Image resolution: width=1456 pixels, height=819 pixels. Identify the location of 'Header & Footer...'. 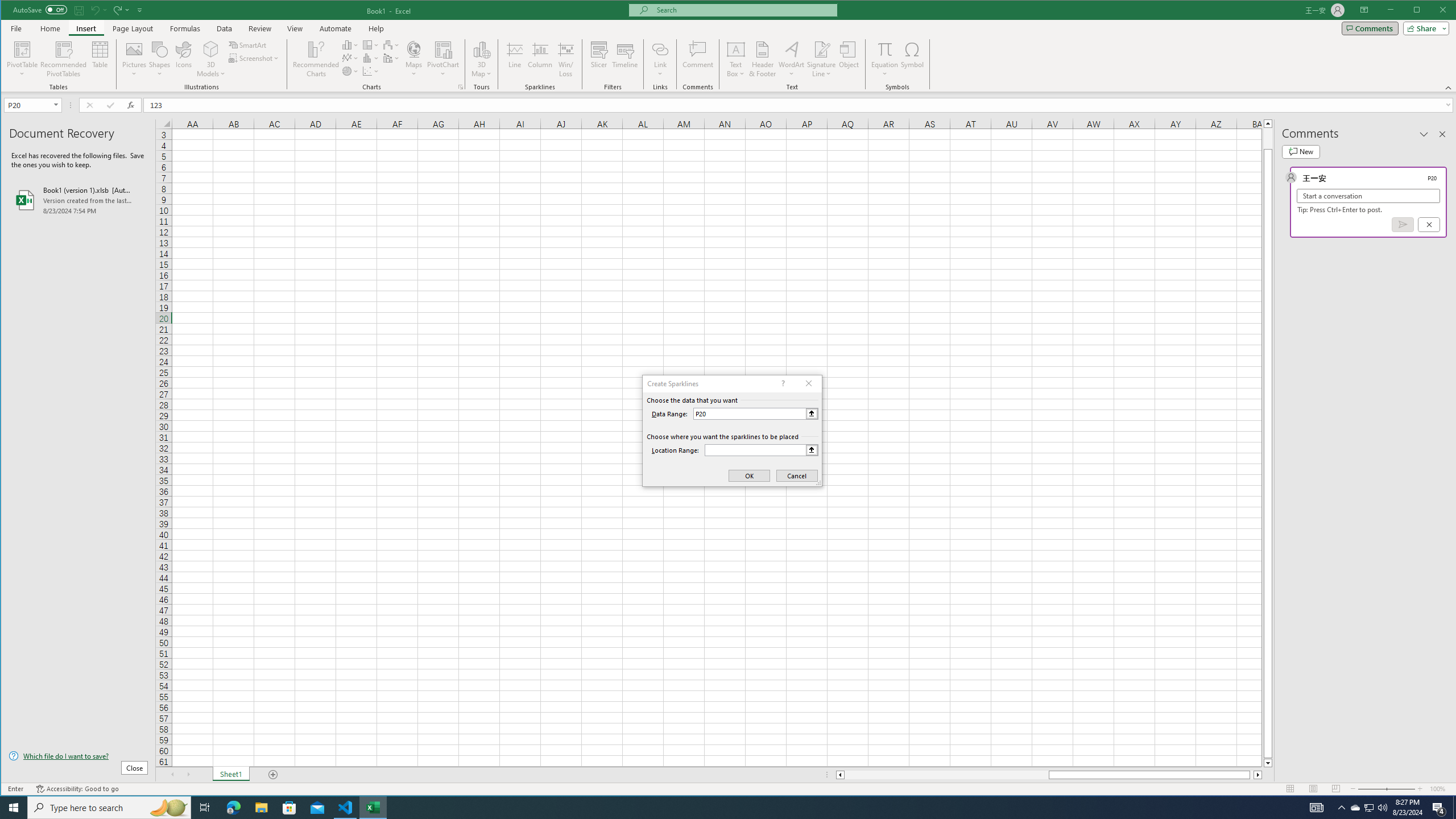
(763, 59).